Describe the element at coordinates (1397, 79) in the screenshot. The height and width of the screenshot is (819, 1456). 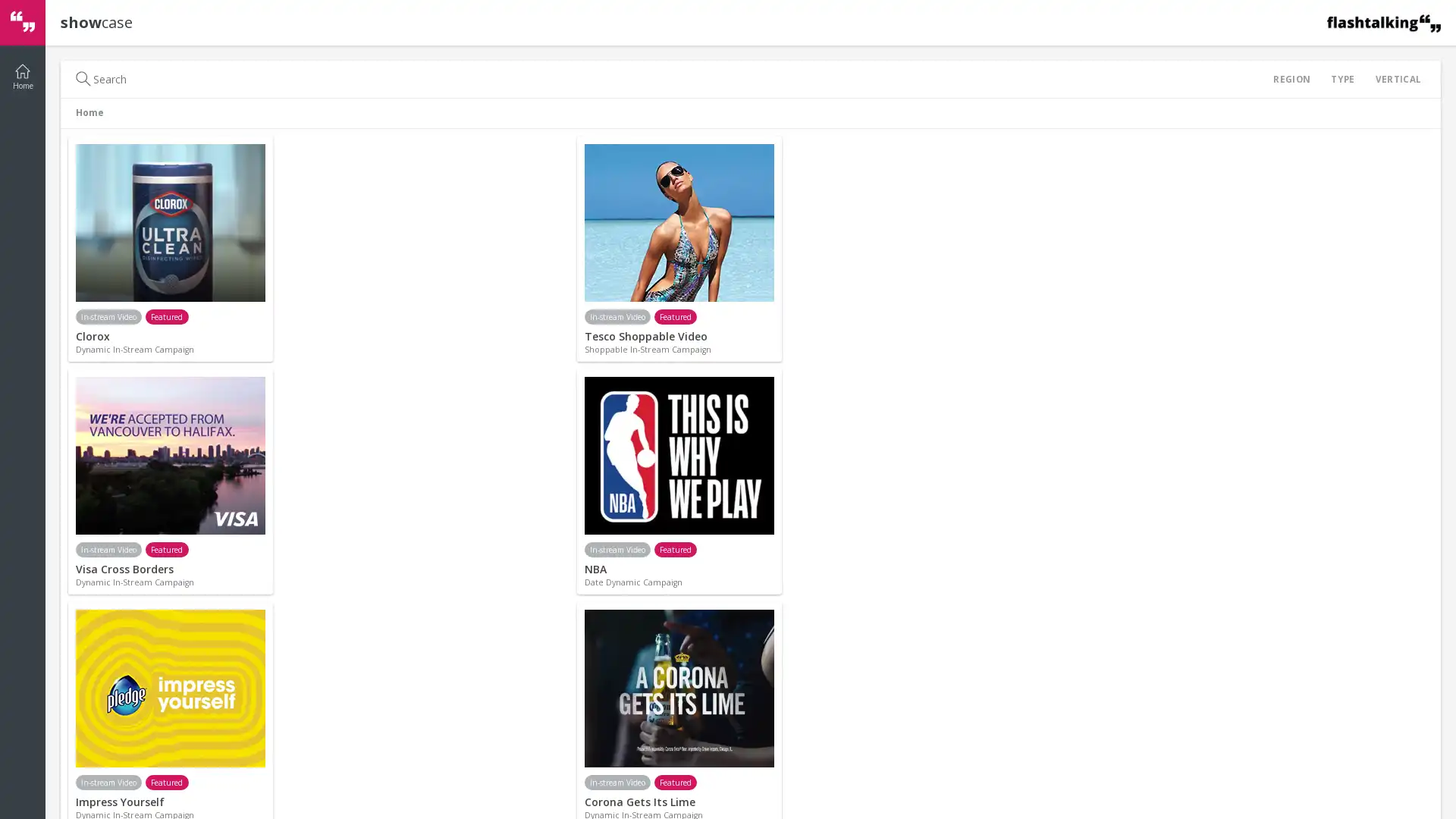
I see `VERTICAL` at that location.